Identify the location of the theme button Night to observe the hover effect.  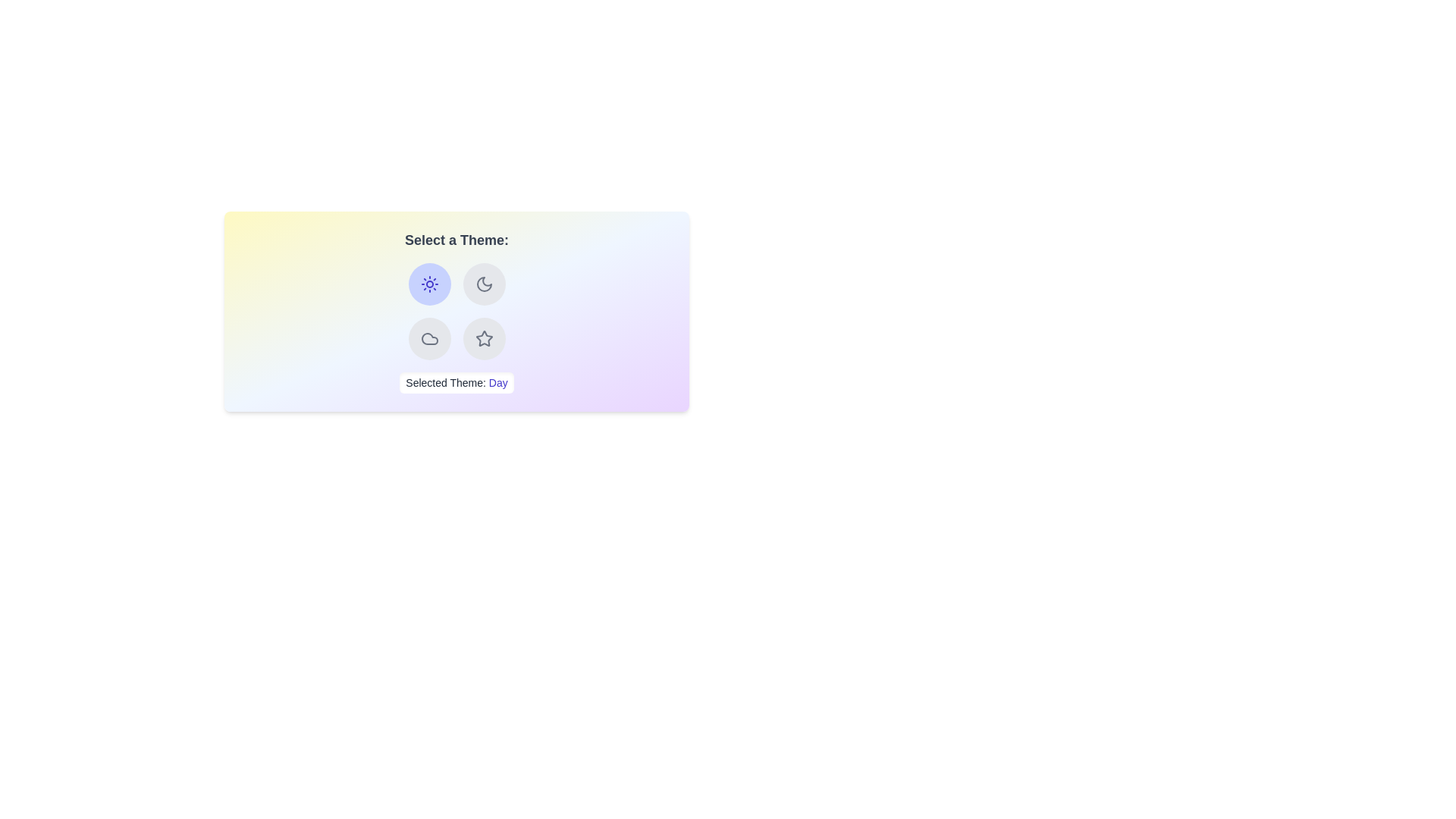
(483, 284).